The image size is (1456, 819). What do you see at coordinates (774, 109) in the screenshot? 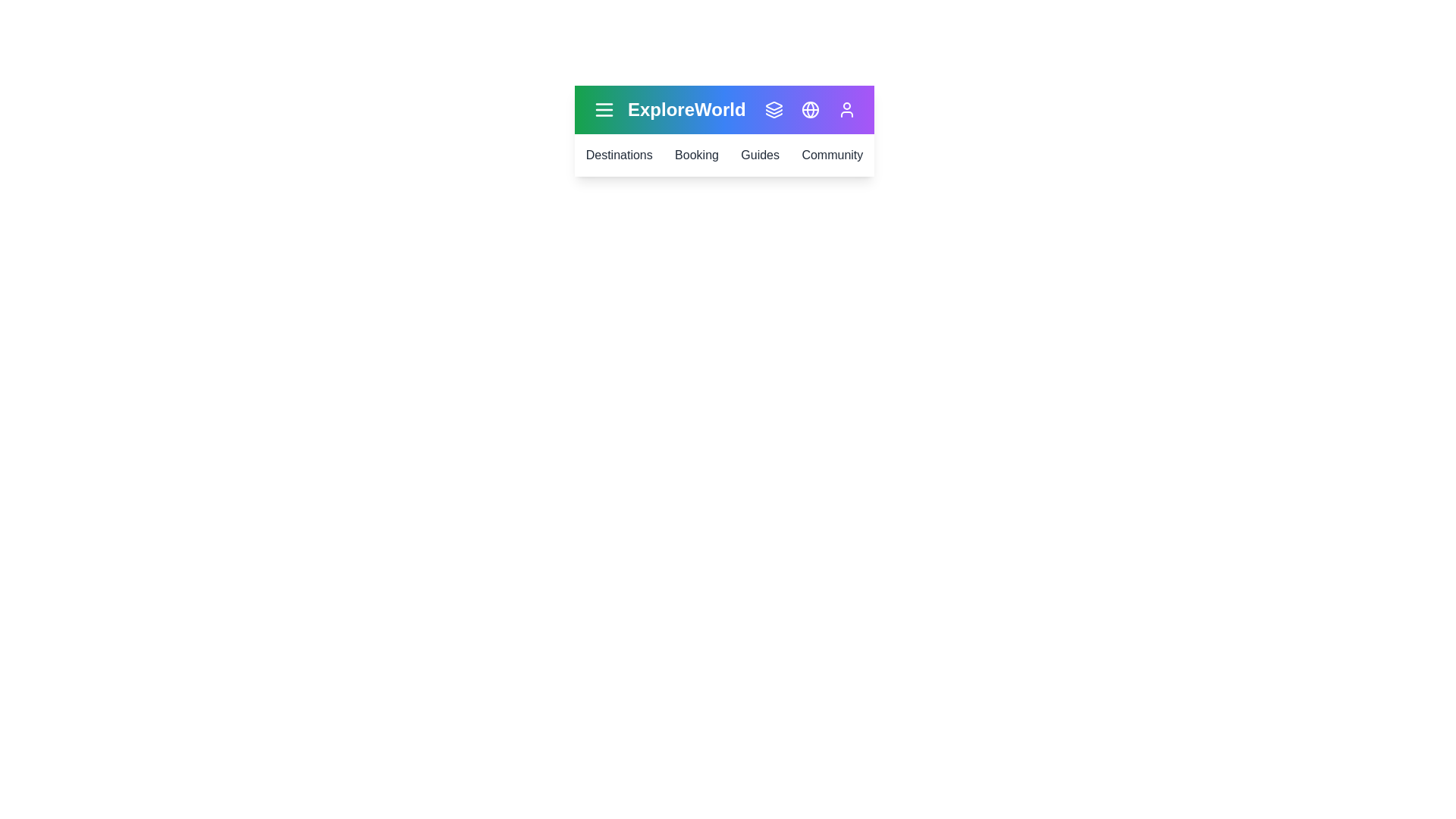
I see `the Layers icon in the top right corner of the TravelAppBar` at bounding box center [774, 109].